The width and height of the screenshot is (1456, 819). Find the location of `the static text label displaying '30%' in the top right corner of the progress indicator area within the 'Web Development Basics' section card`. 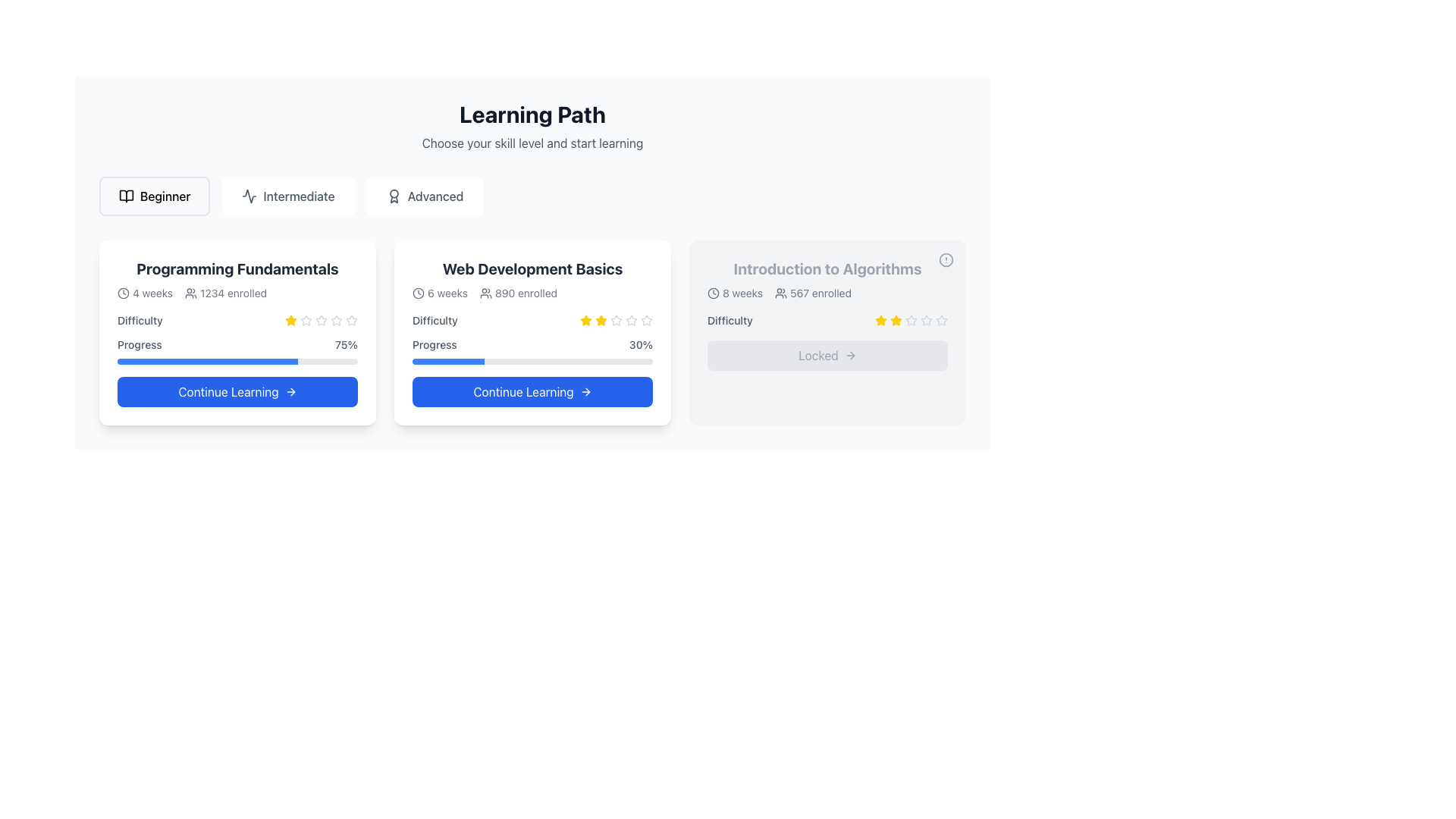

the static text label displaying '30%' in the top right corner of the progress indicator area within the 'Web Development Basics' section card is located at coordinates (641, 345).